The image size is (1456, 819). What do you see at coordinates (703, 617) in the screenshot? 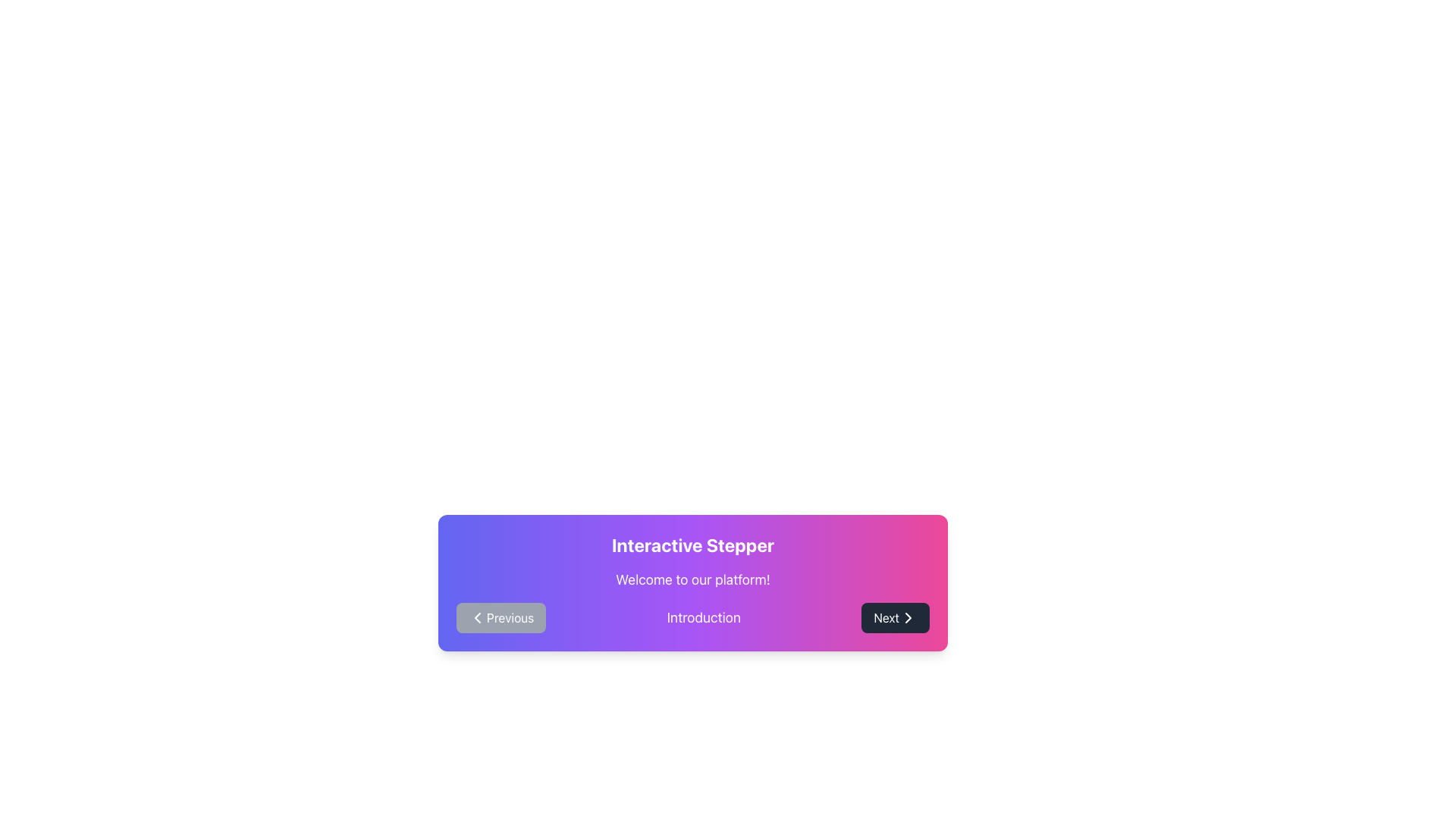
I see `the text label displaying 'Introduction', which is centrally positioned and styled in white against a gradient background` at bounding box center [703, 617].